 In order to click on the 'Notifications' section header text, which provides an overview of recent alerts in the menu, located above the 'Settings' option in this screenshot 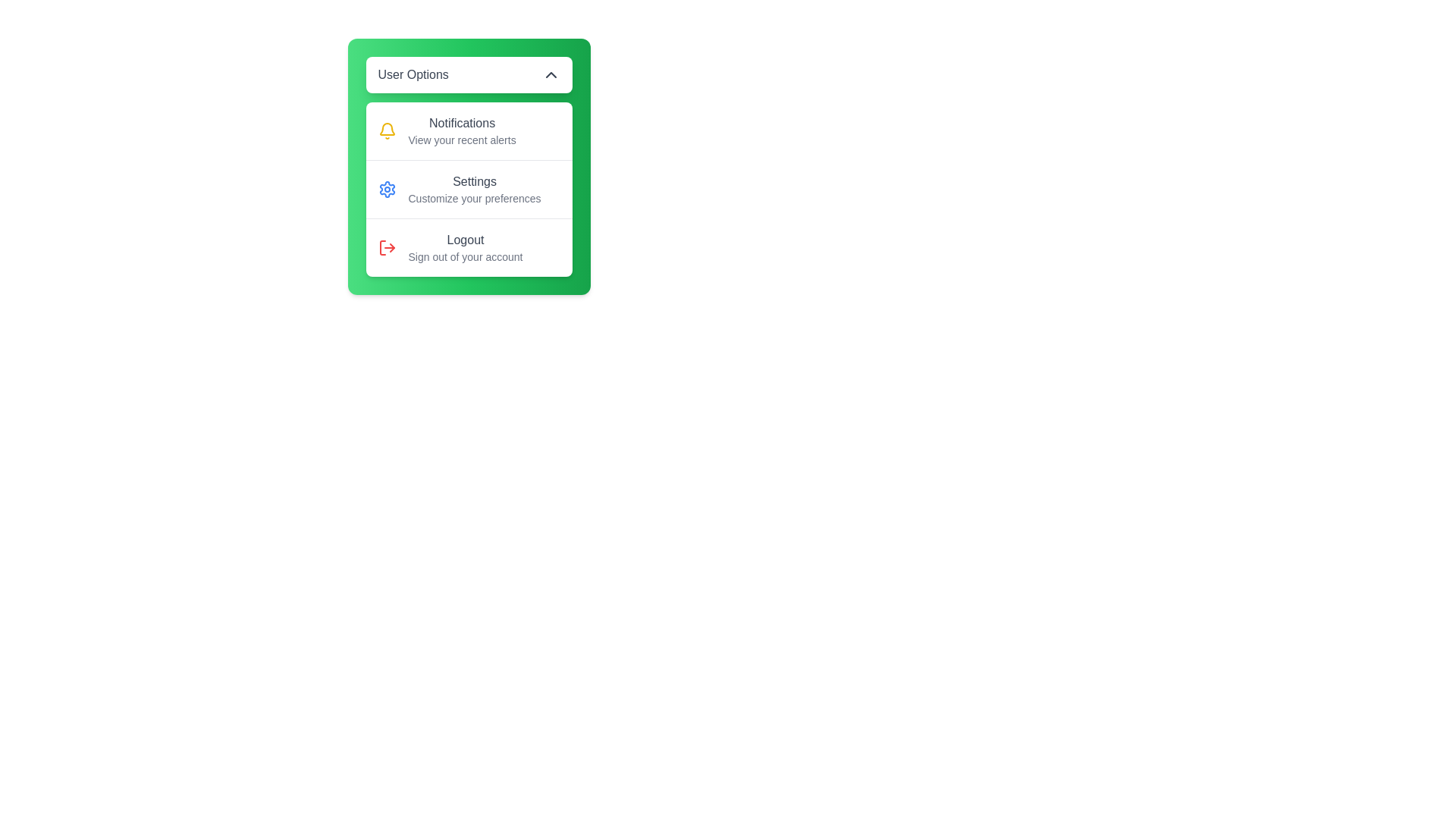, I will do `click(461, 130)`.